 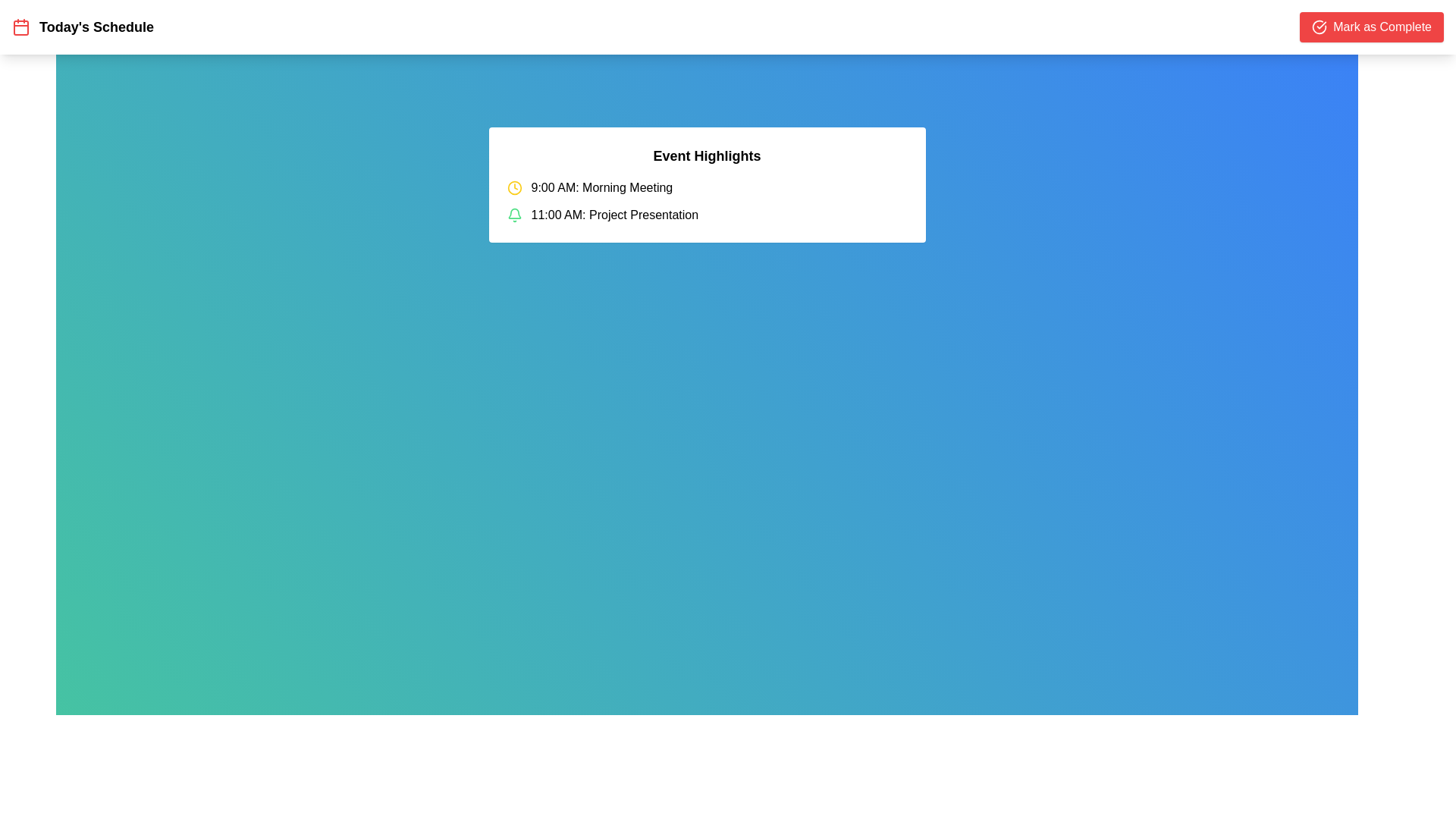 What do you see at coordinates (514, 215) in the screenshot?
I see `the bell icon with a green outline, which signifies a notification, located to the left of the text '11:00 AM: Project Presentation'` at bounding box center [514, 215].